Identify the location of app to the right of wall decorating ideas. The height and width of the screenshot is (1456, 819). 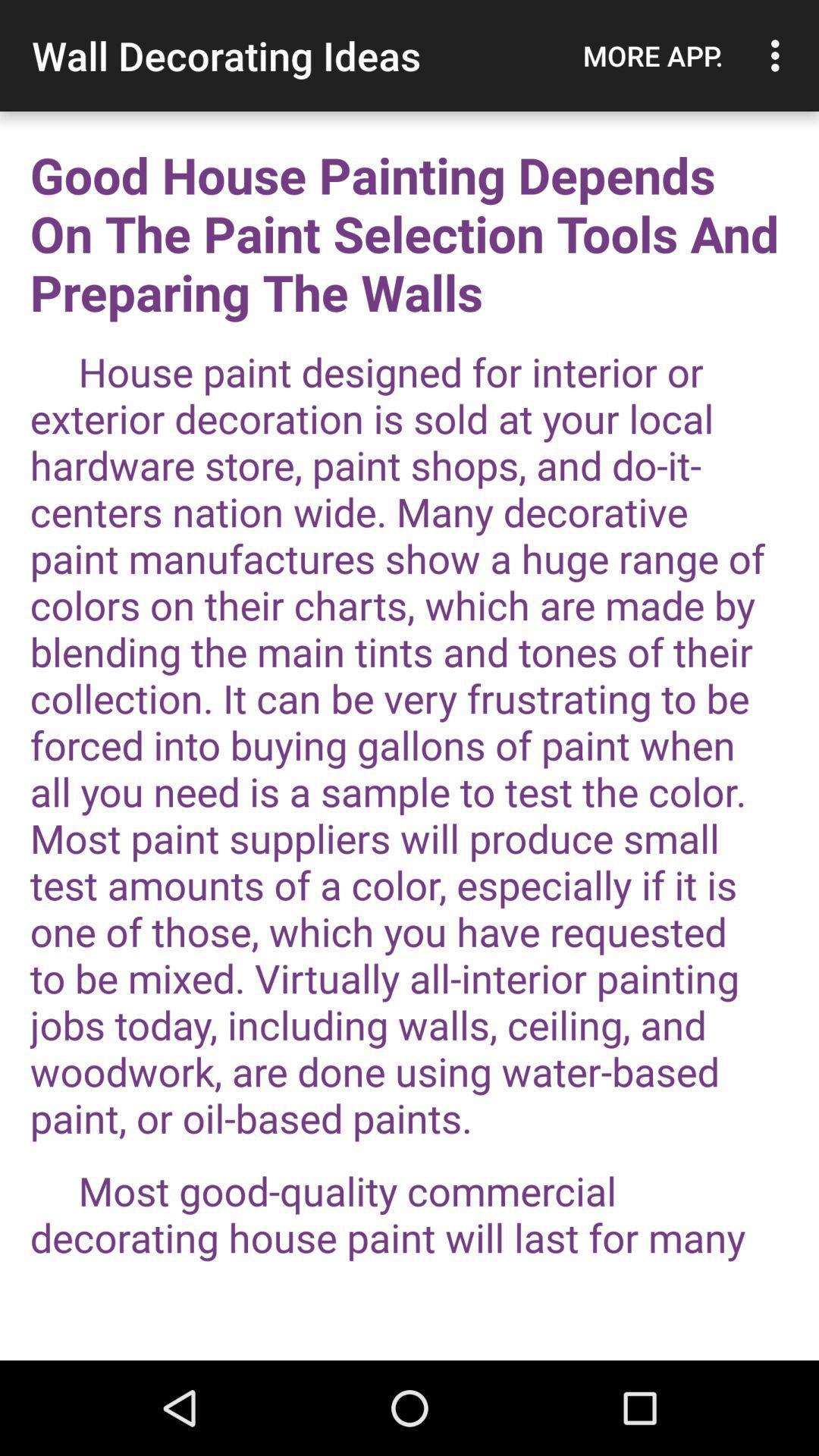
(652, 55).